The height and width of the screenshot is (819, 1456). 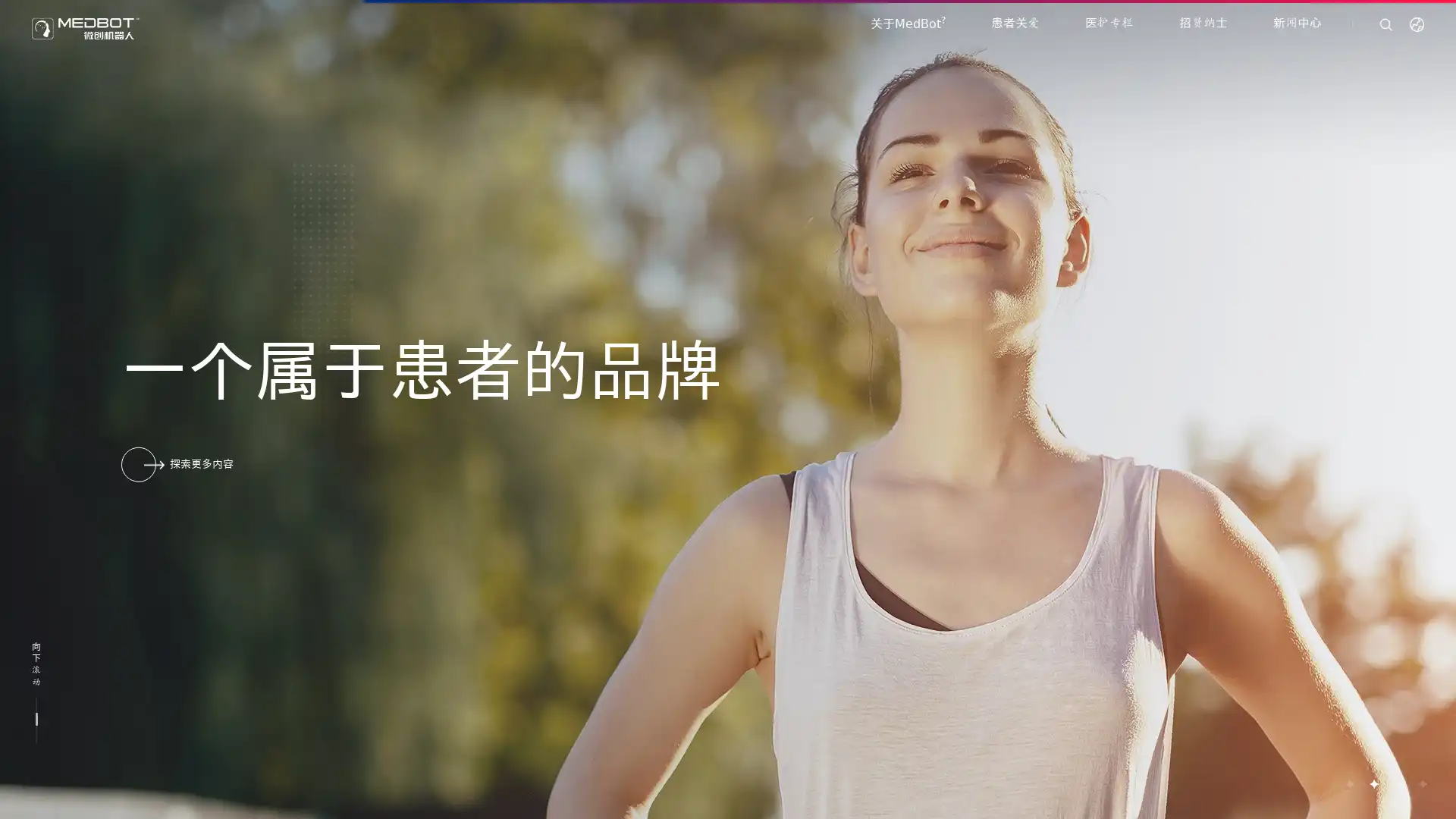 I want to click on Go to slide 4, so click(x=1421, y=783).